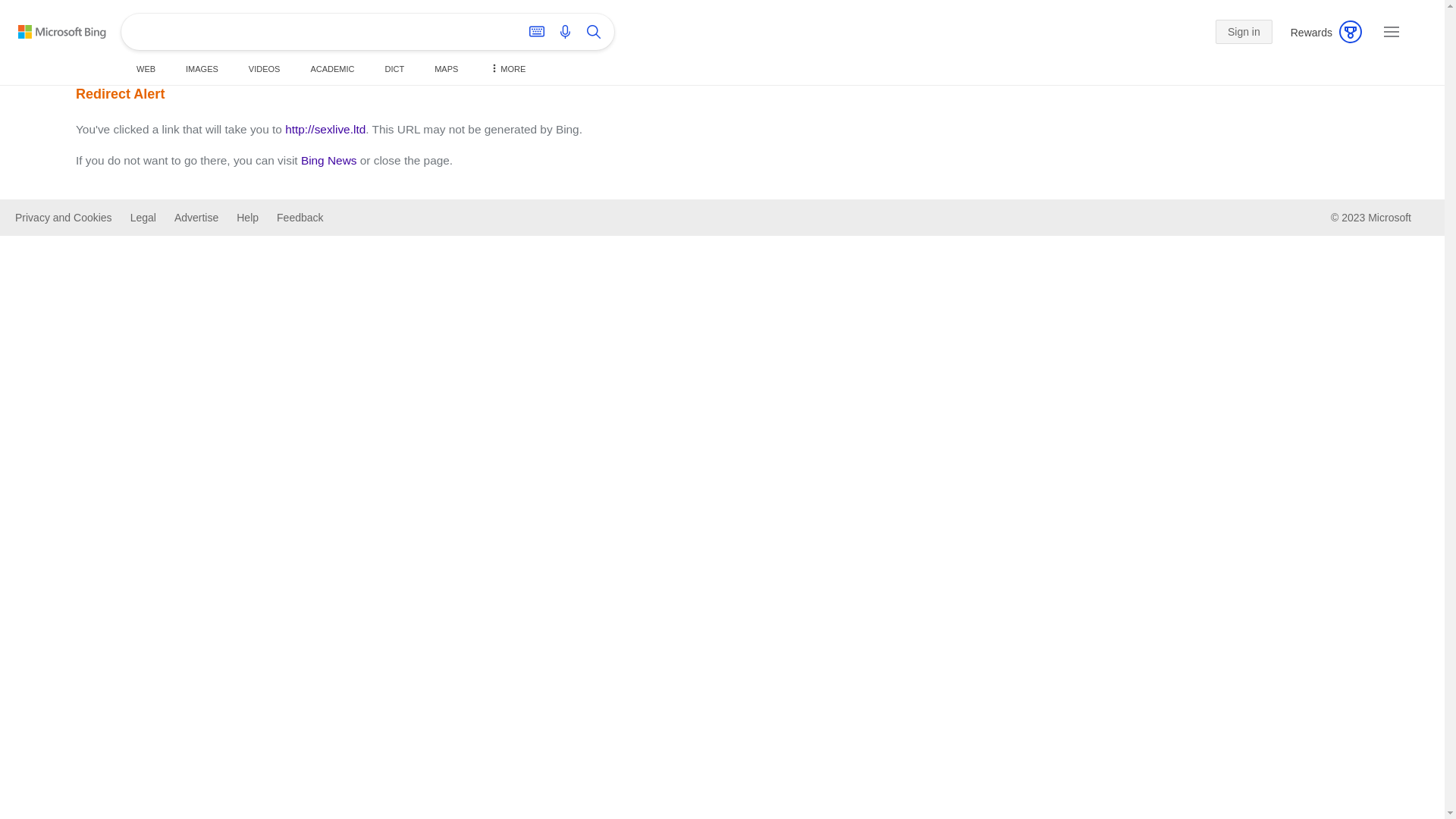 The width and height of the screenshot is (1456, 819). I want to click on 'WEB', so click(146, 69).